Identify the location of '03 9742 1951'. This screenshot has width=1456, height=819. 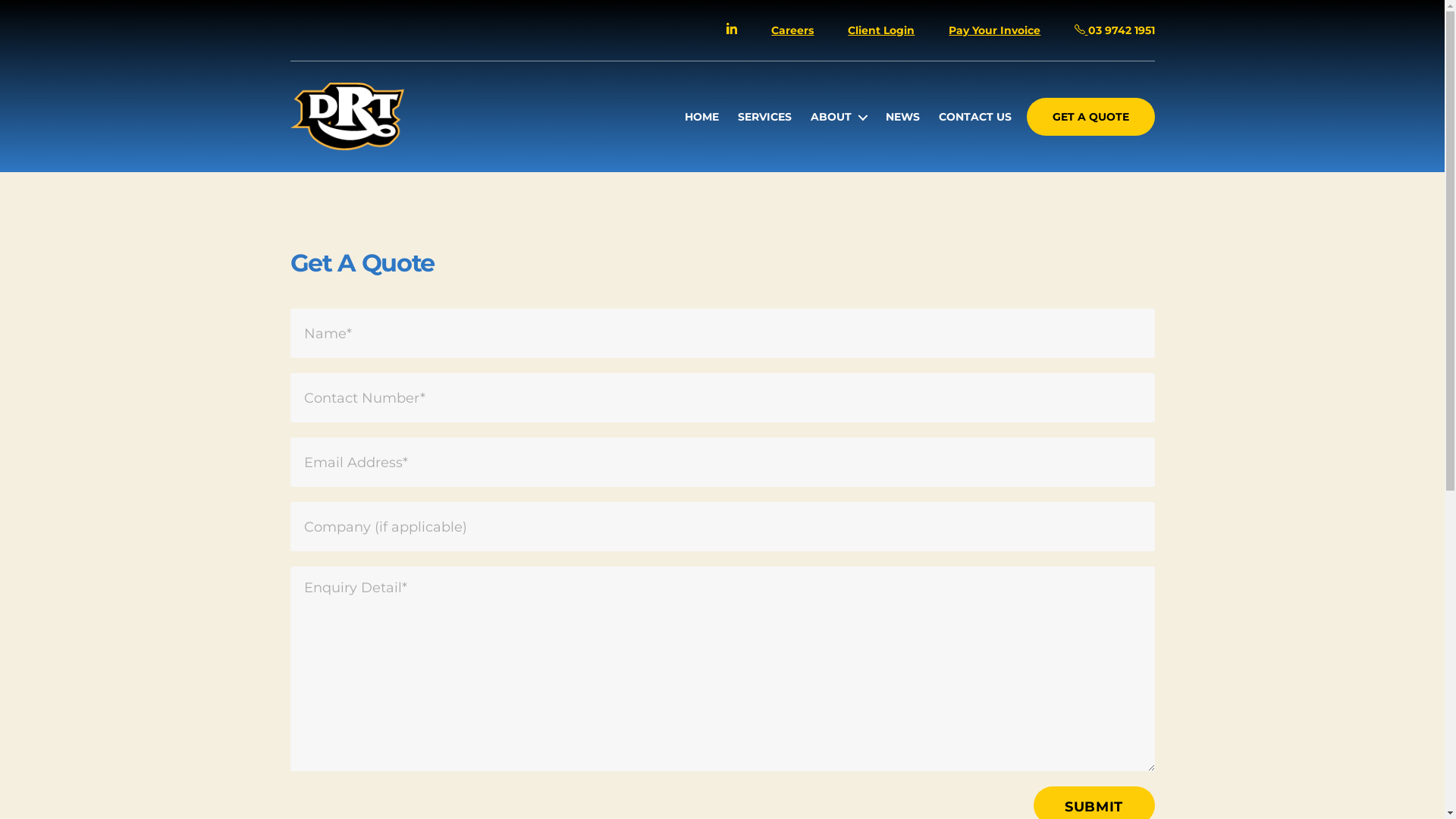
(1073, 30).